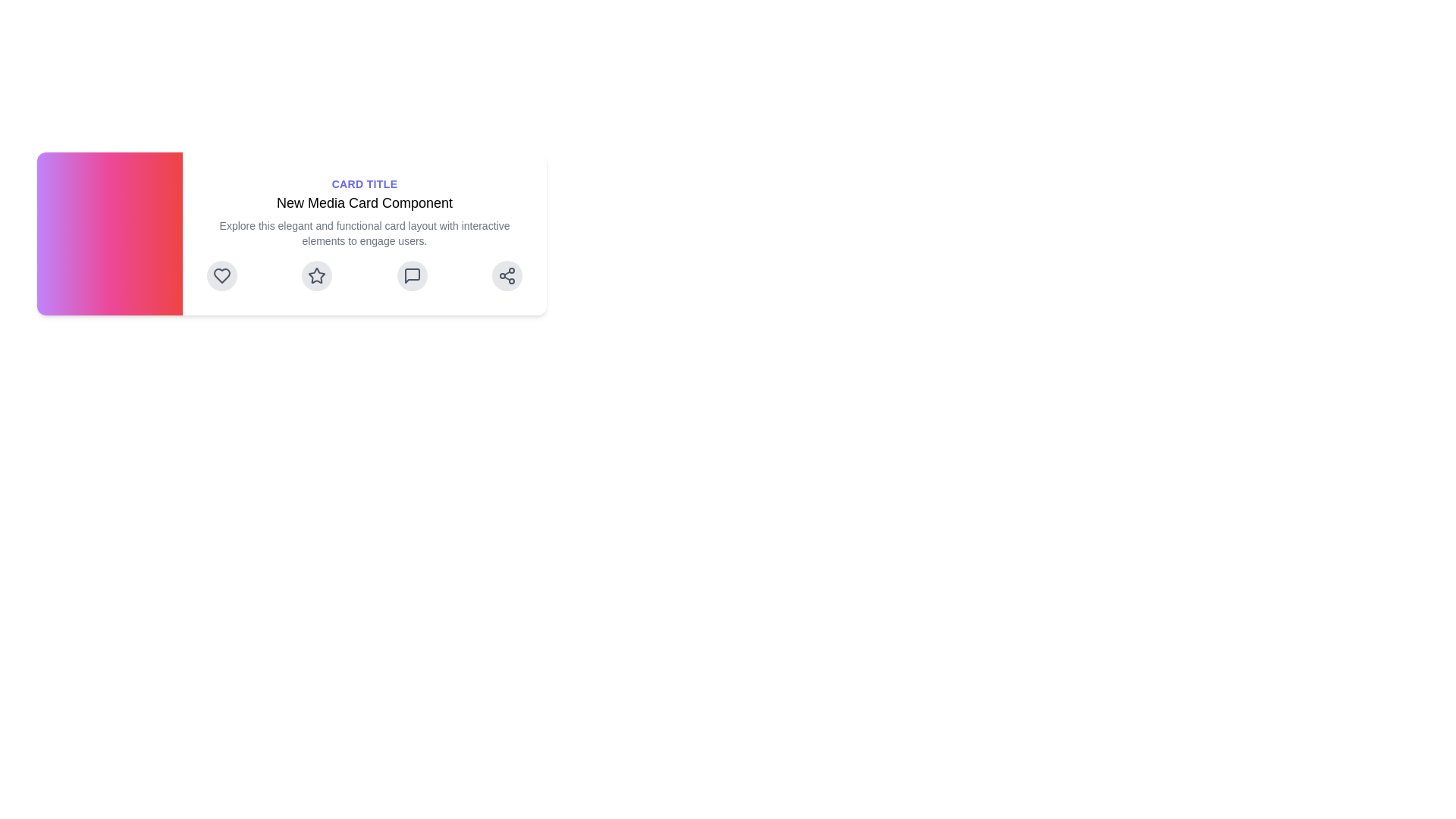  Describe the element at coordinates (412, 275) in the screenshot. I see `the speech bubble icon within the circular button, which is the third button from the left in the row of buttons beneath the main card content` at that location.